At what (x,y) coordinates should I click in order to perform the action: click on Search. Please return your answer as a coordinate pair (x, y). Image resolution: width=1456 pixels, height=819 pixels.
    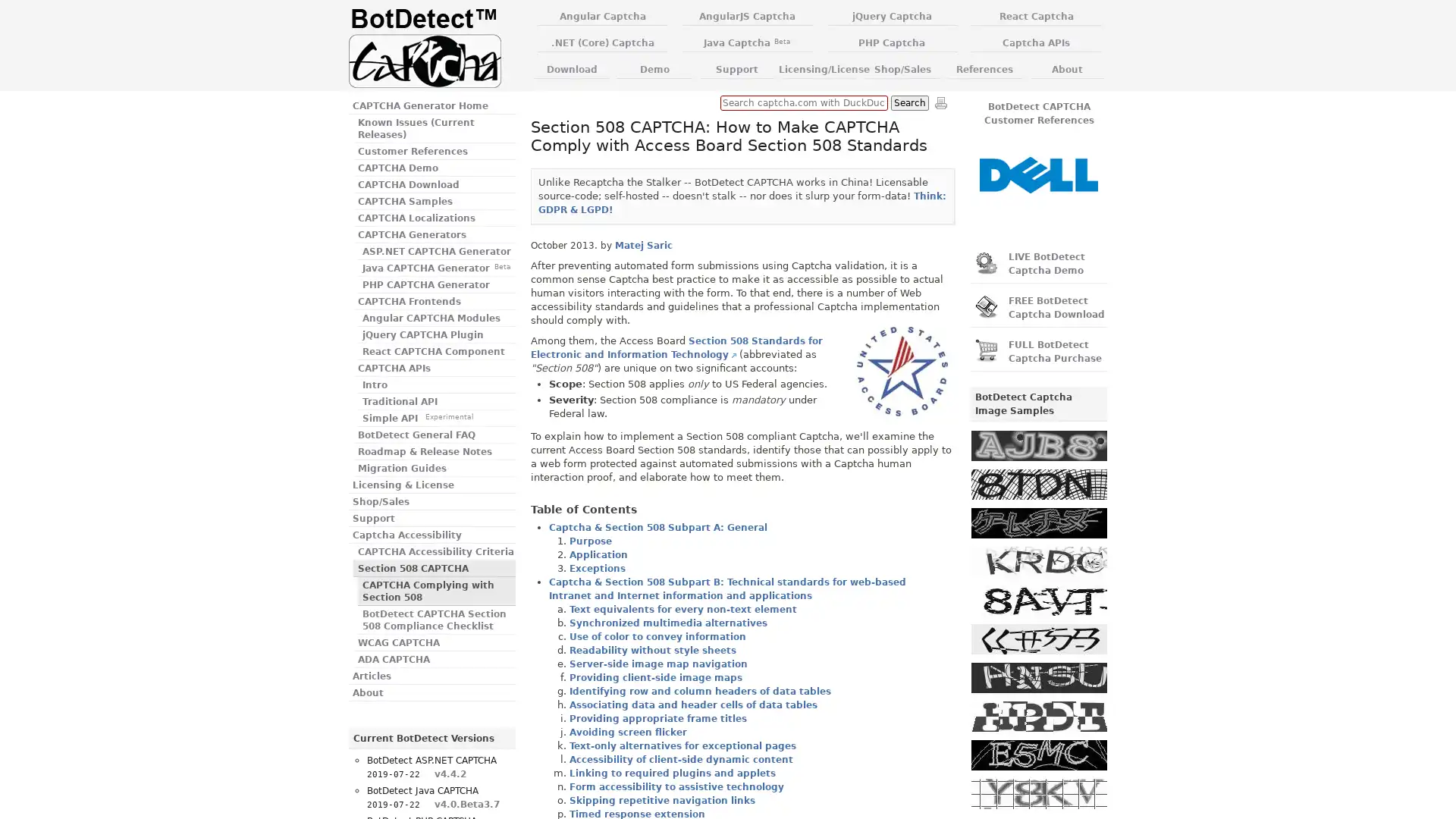
    Looking at the image, I should click on (910, 102).